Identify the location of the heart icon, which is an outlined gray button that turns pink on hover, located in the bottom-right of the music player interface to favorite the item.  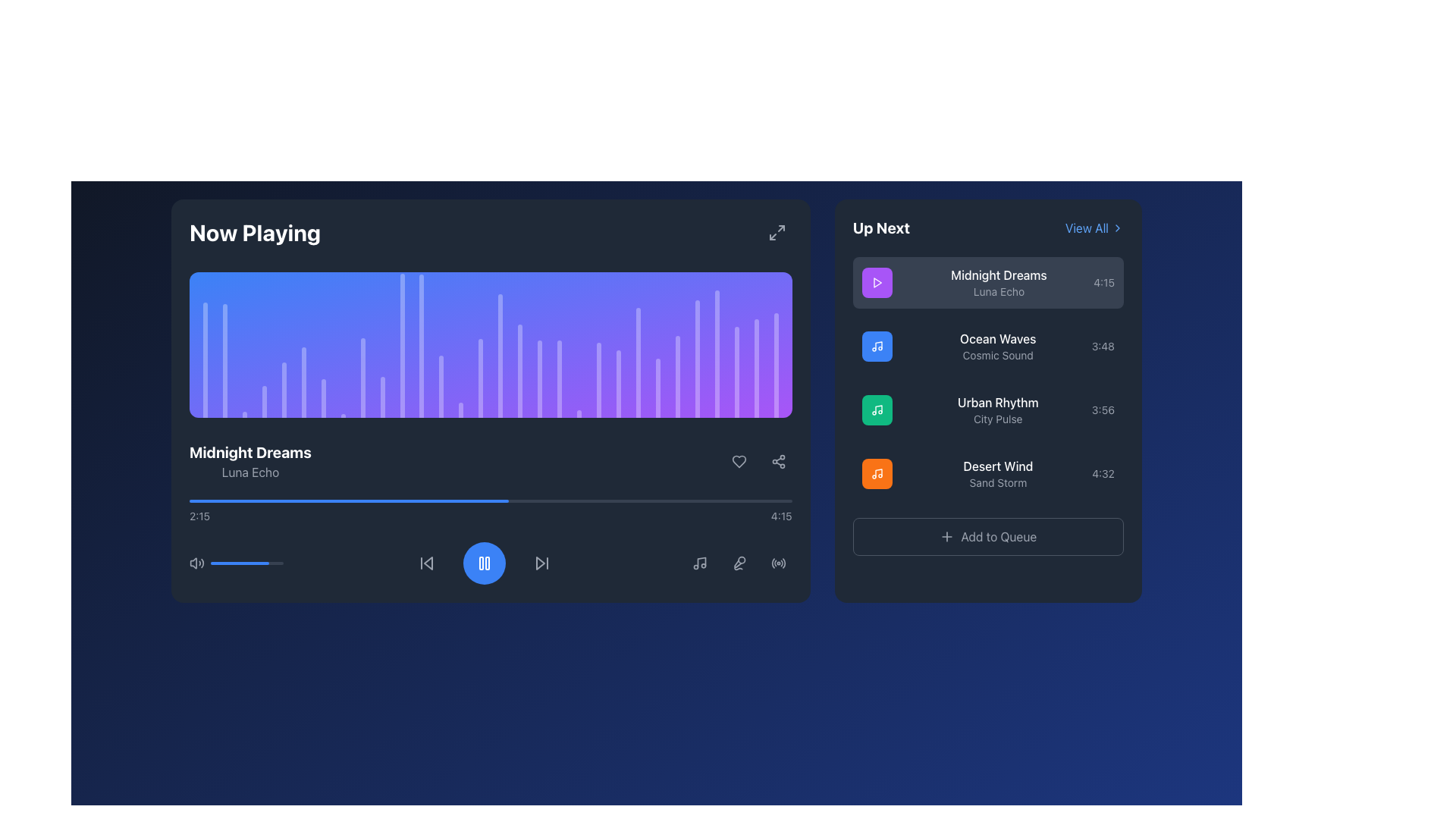
(739, 461).